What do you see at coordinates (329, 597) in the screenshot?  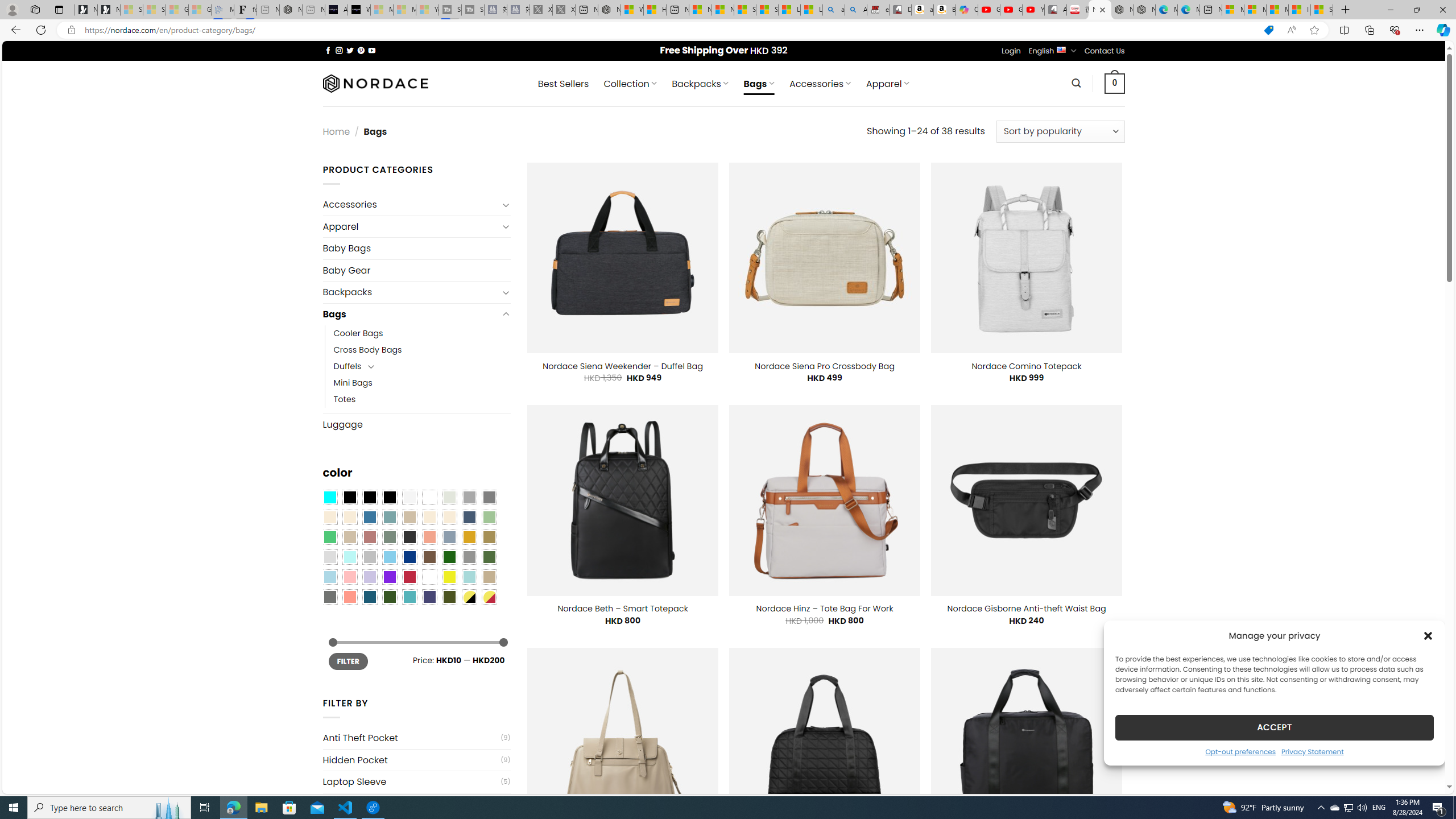 I see `'Dull Nickle'` at bounding box center [329, 597].